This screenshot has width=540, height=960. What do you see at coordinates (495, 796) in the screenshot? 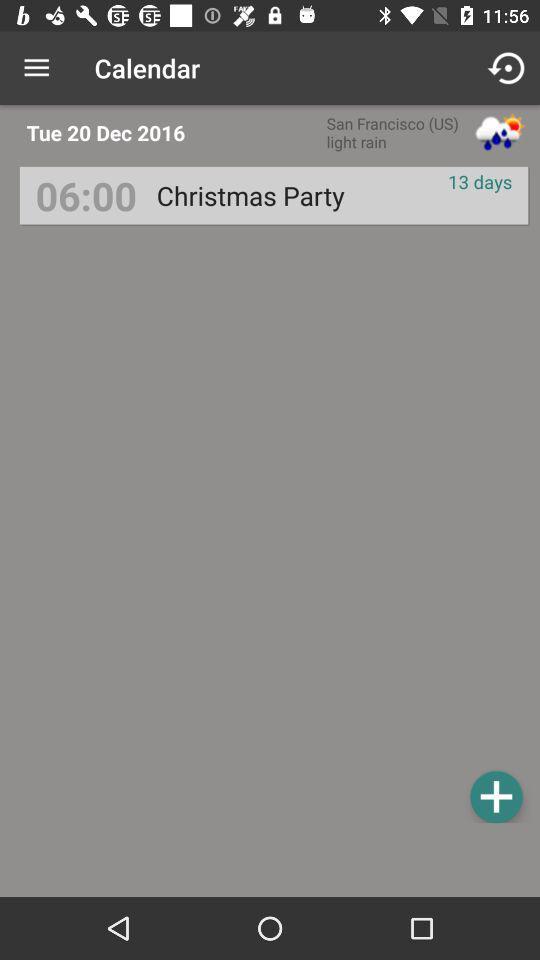
I see `the add icon` at bounding box center [495, 796].